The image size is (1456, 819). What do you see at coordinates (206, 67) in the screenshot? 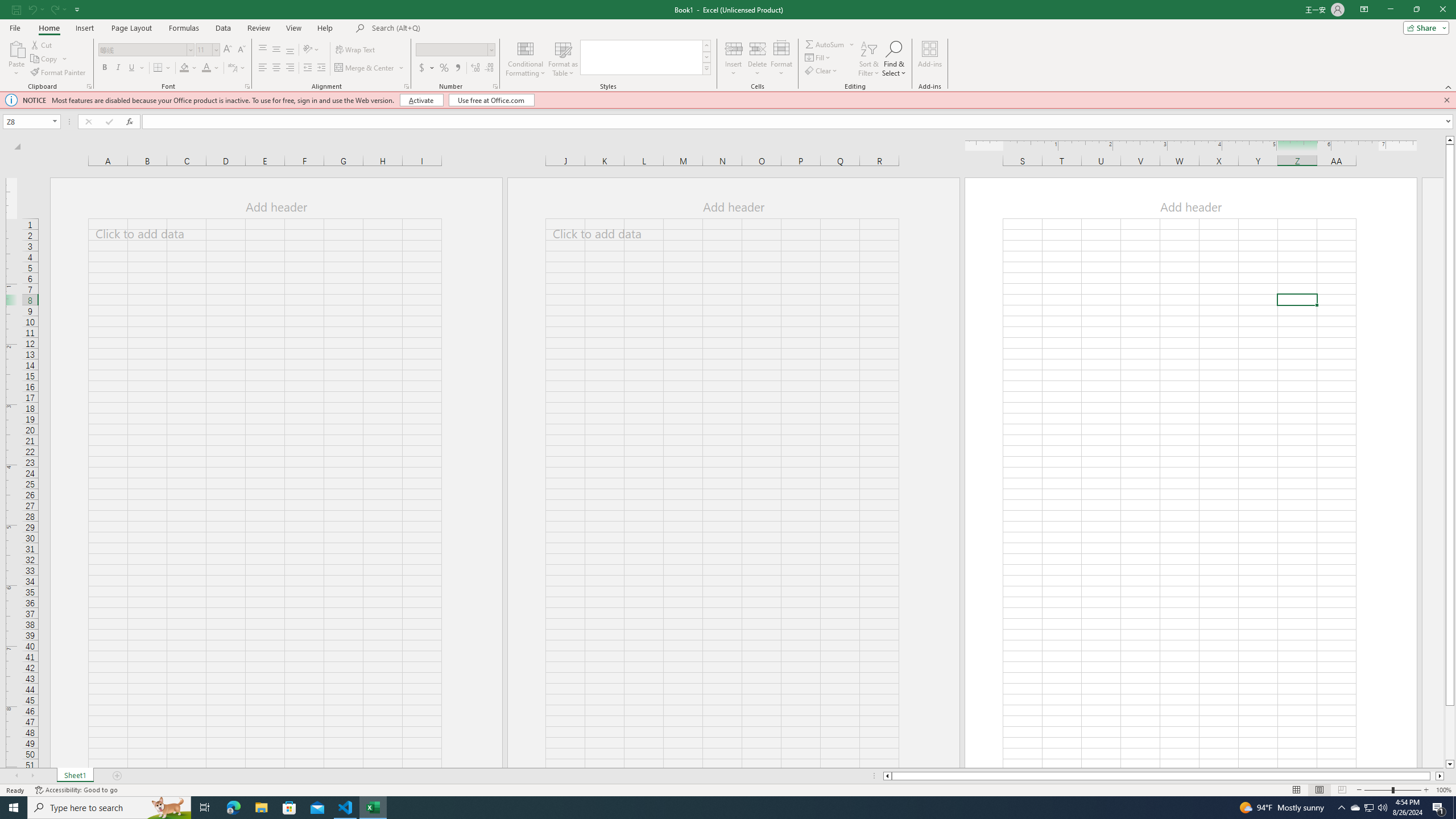
I see `'Font Color'` at bounding box center [206, 67].